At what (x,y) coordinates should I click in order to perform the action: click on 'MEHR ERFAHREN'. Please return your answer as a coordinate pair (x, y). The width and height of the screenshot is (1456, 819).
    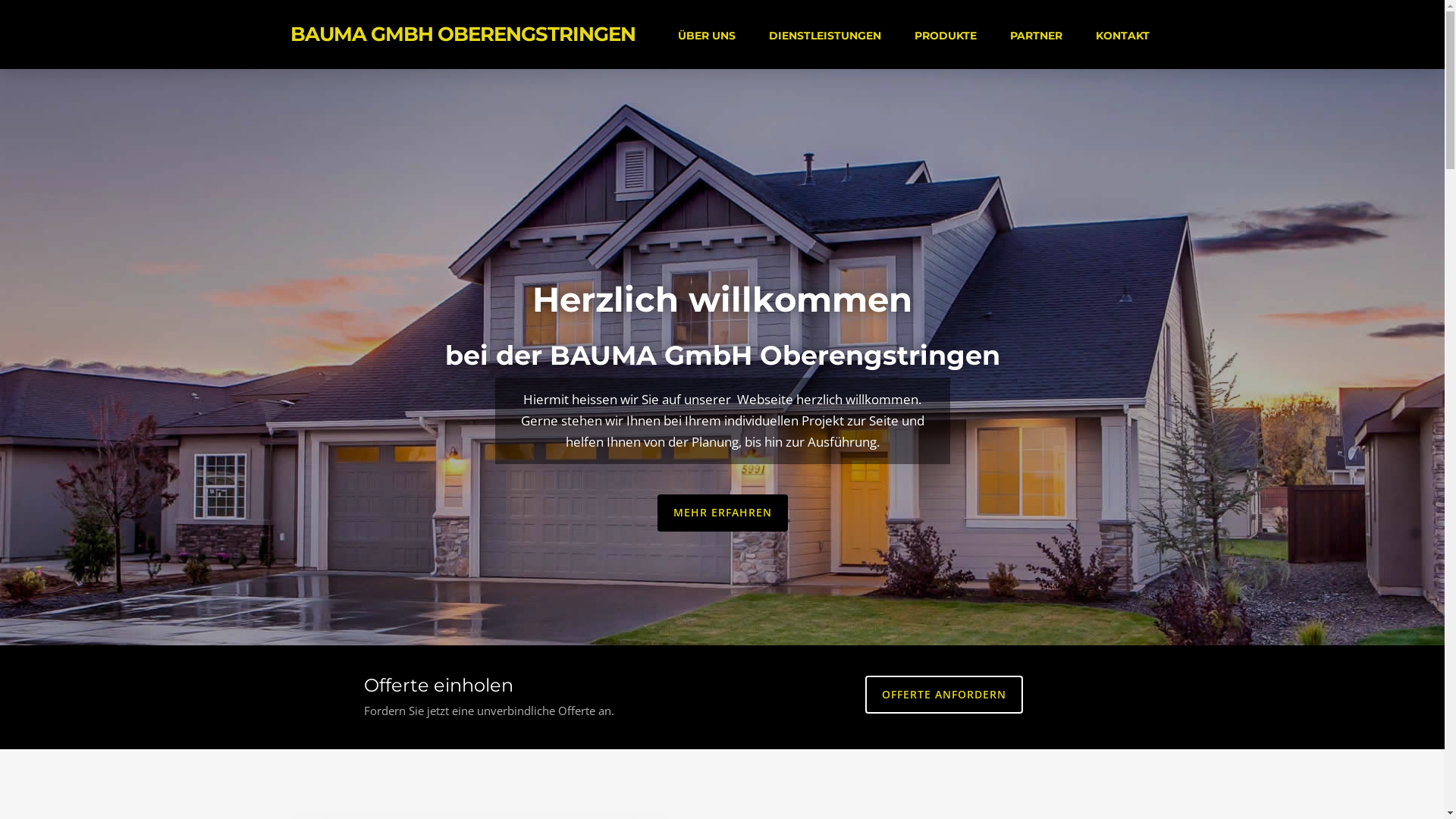
    Looking at the image, I should click on (720, 512).